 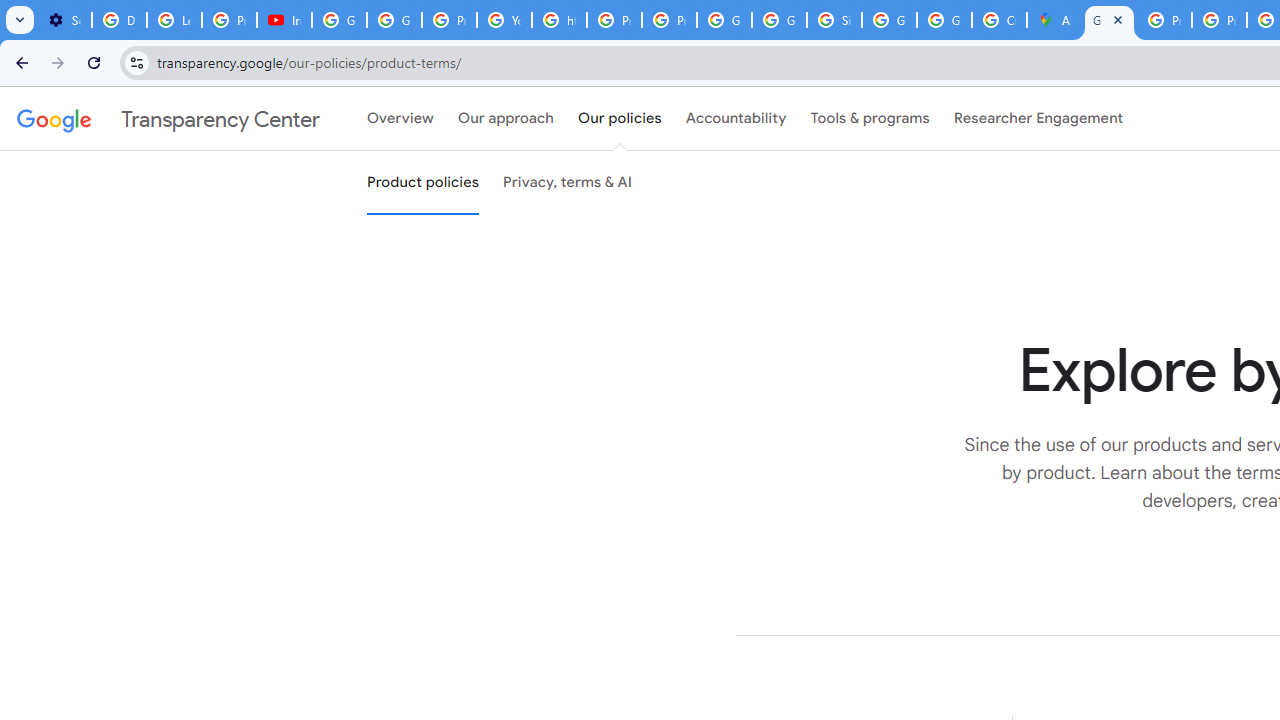 I want to click on 'Accountability', so click(x=735, y=119).